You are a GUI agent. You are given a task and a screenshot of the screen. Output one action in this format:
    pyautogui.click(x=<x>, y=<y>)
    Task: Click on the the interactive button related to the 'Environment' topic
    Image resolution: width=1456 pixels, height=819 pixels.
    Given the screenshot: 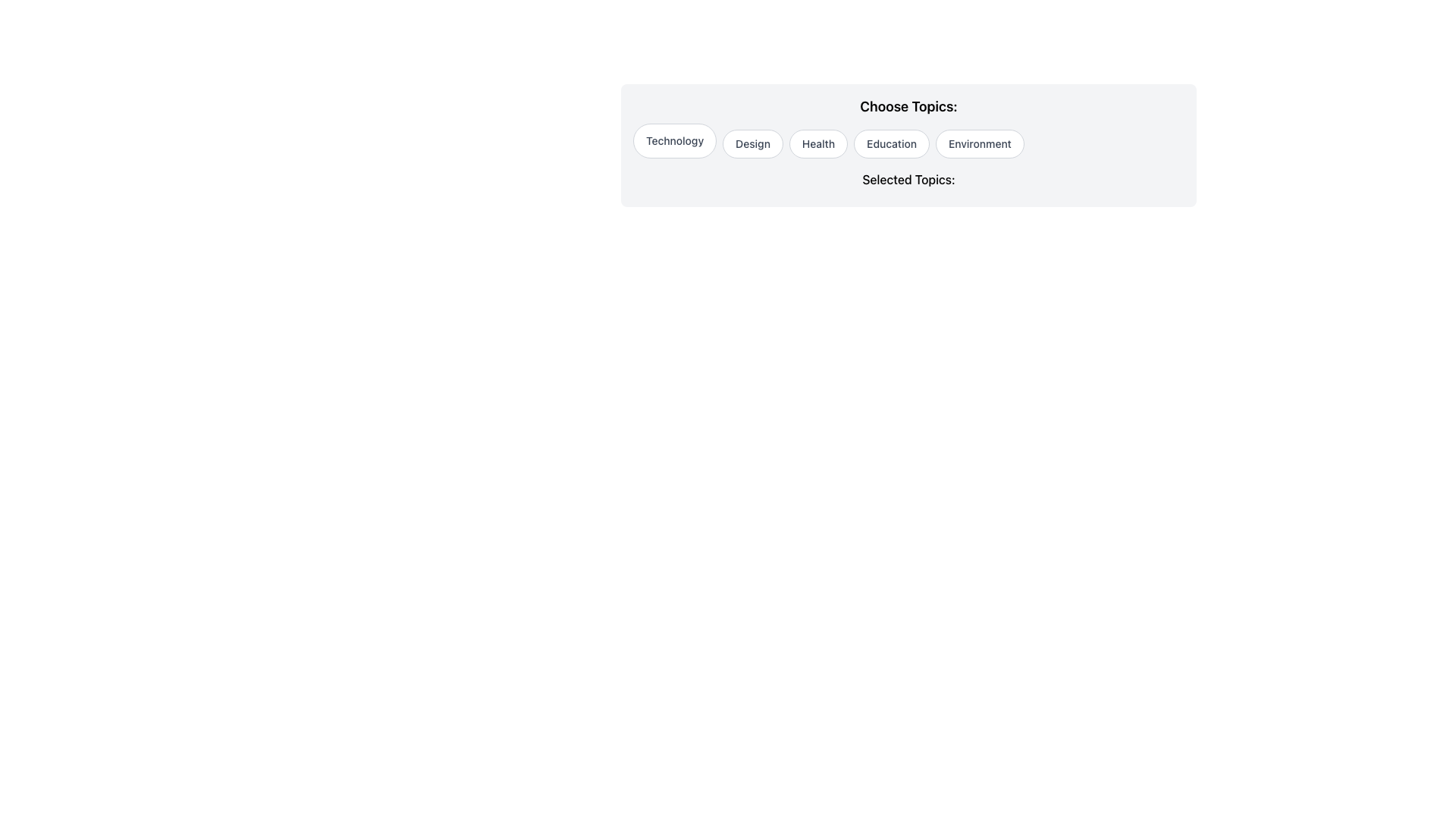 What is the action you would take?
    pyautogui.click(x=979, y=143)
    